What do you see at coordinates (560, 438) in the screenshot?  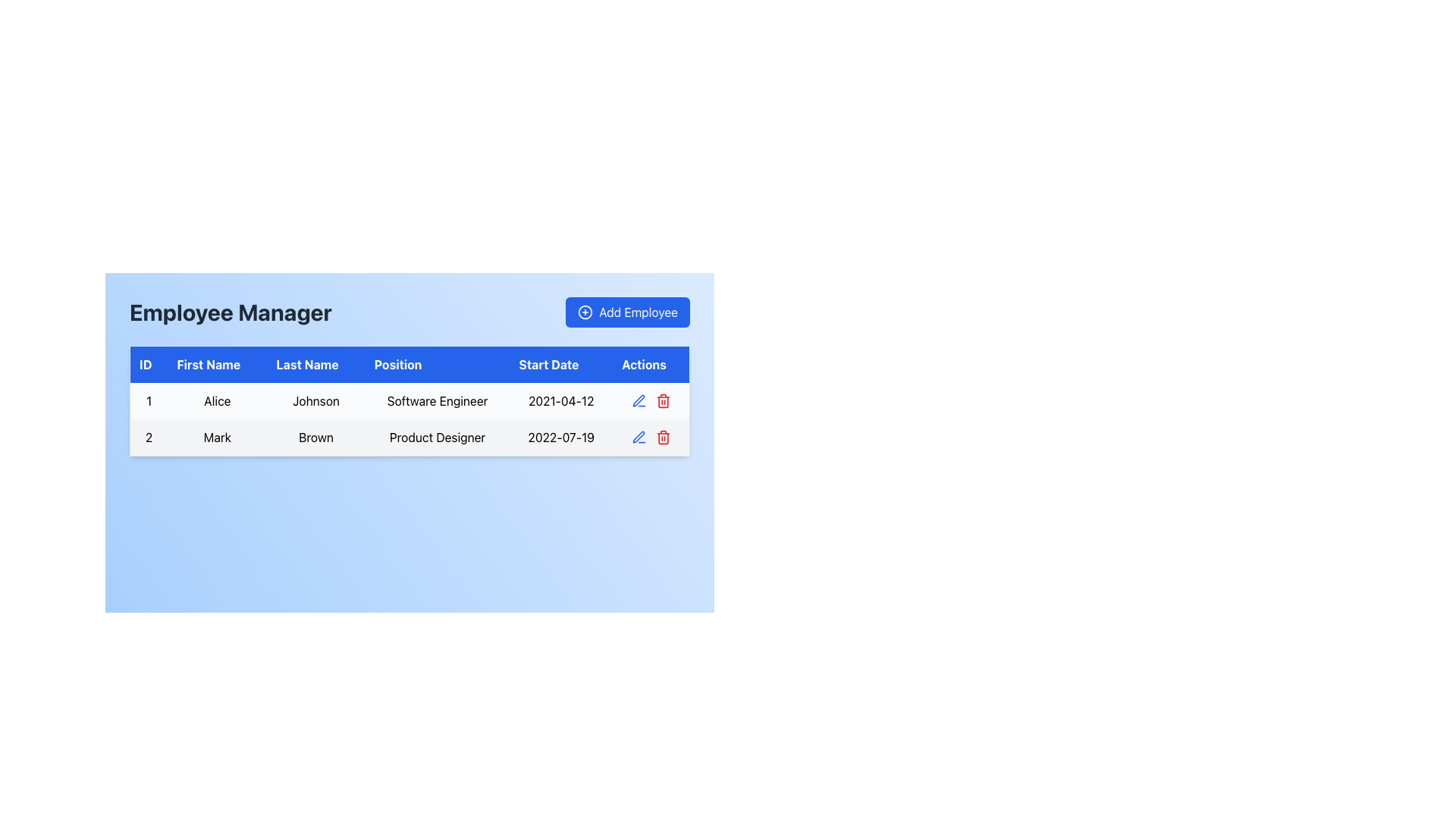 I see `the text label indicating the start date for the employee 'Mark Brown' in the 'Employee Manager' table` at bounding box center [560, 438].